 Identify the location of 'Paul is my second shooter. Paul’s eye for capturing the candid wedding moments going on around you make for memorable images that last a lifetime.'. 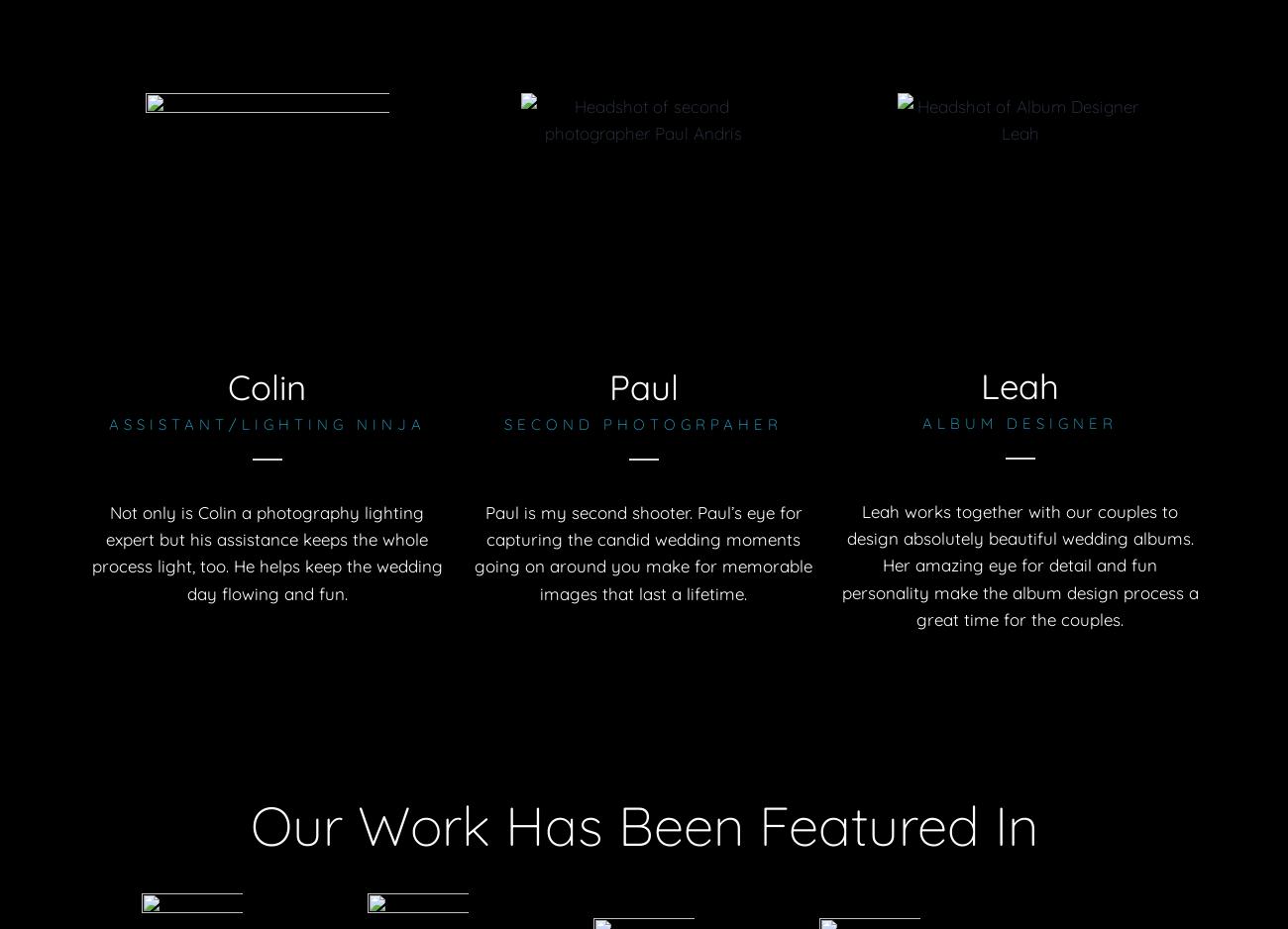
(643, 553).